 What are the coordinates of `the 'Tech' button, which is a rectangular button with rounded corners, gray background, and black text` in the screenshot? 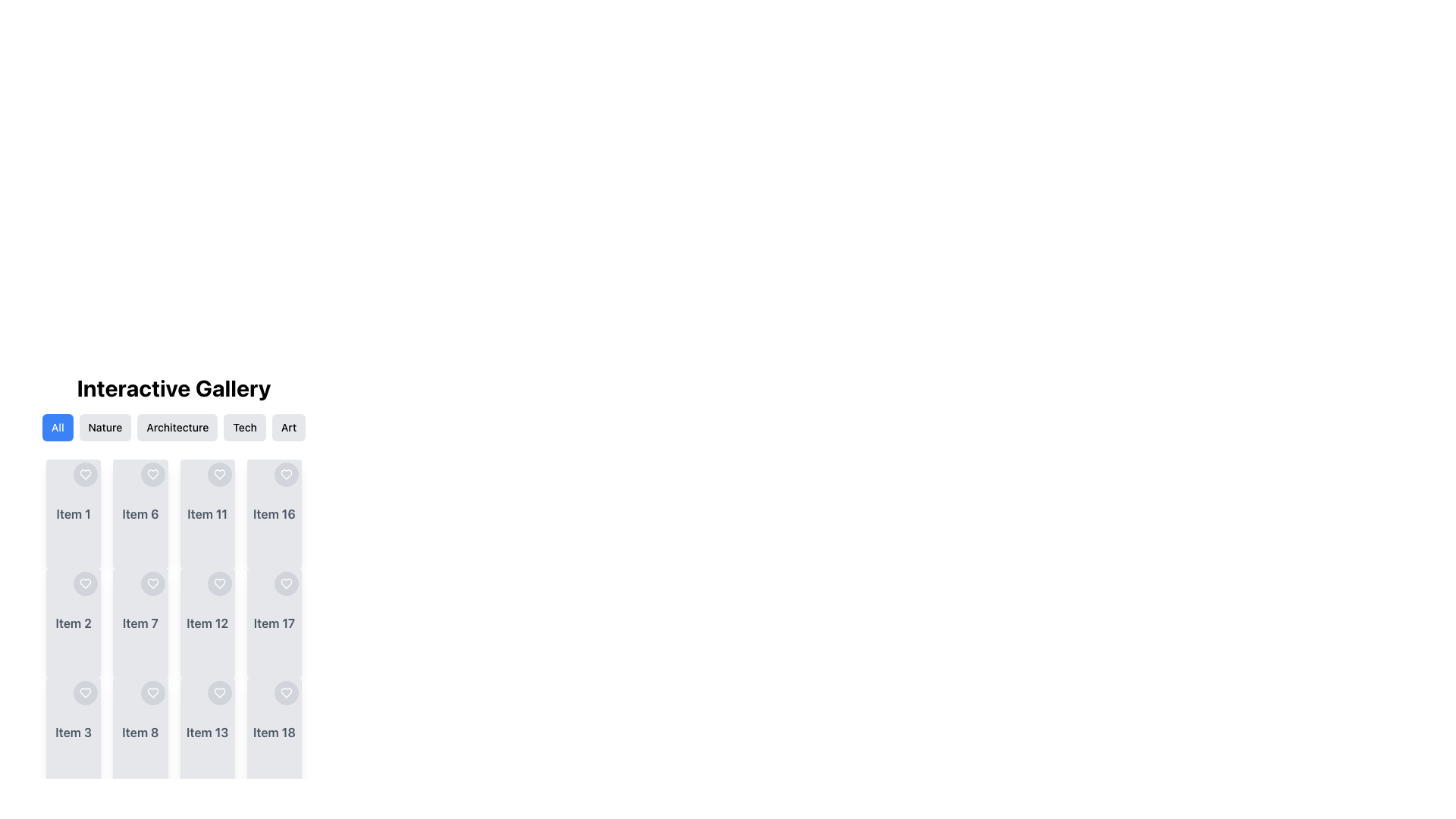 It's located at (245, 427).